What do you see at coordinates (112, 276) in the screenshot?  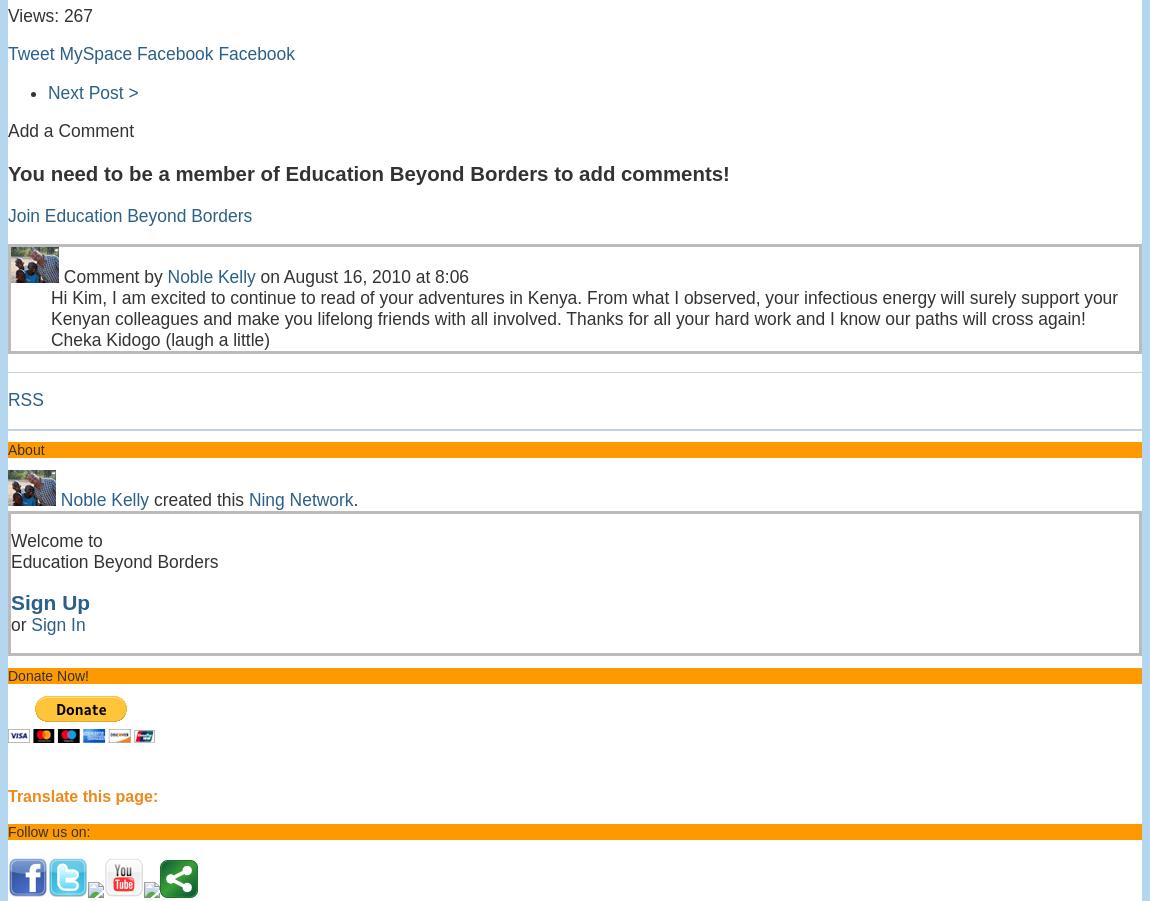 I see `'Comment by'` at bounding box center [112, 276].